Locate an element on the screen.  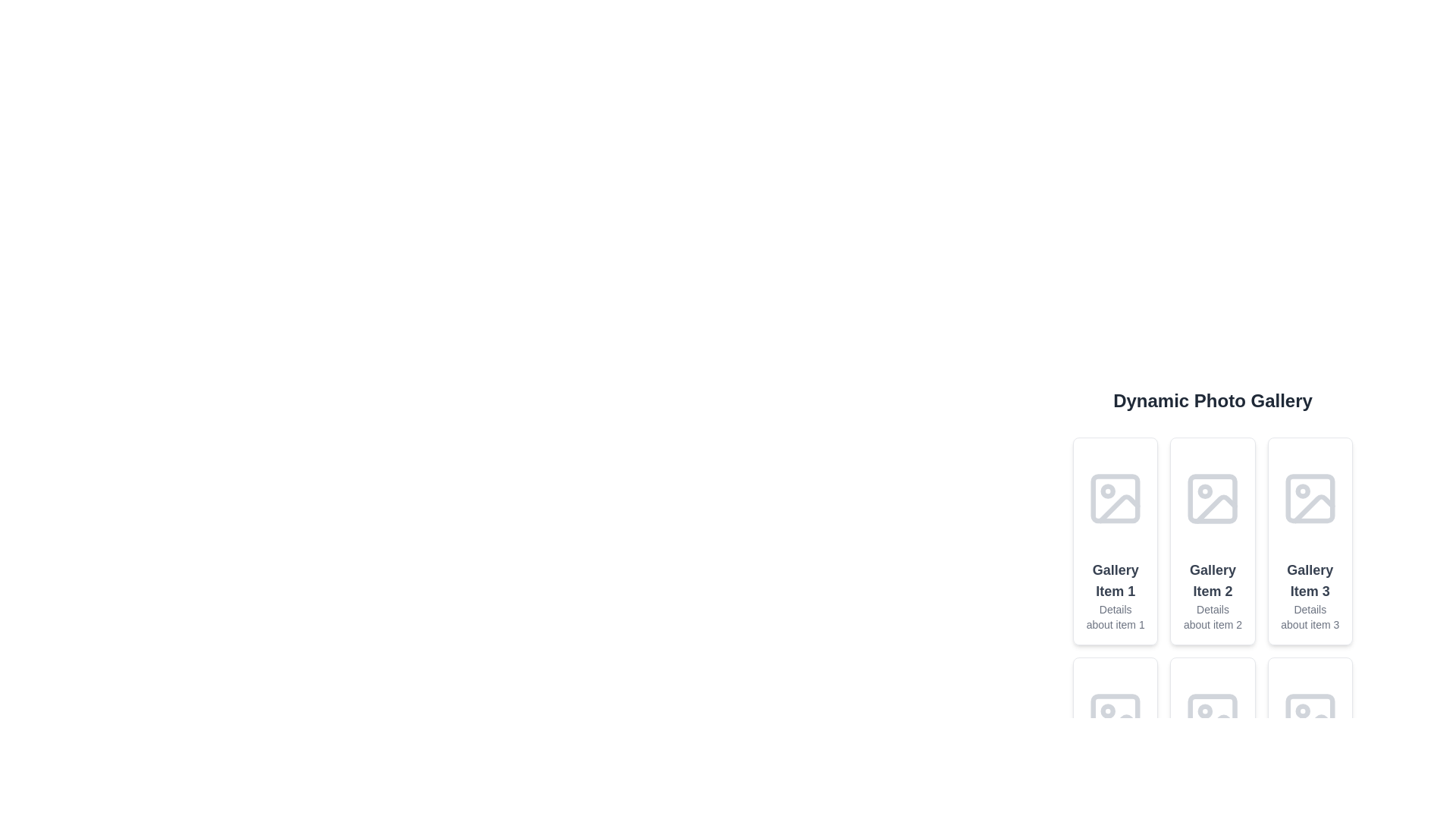
the small gray rounded rectangle within the icon of the third gallery card labeled 'Gallery Item 3' in the top row of the gallery grid is located at coordinates (1309, 499).